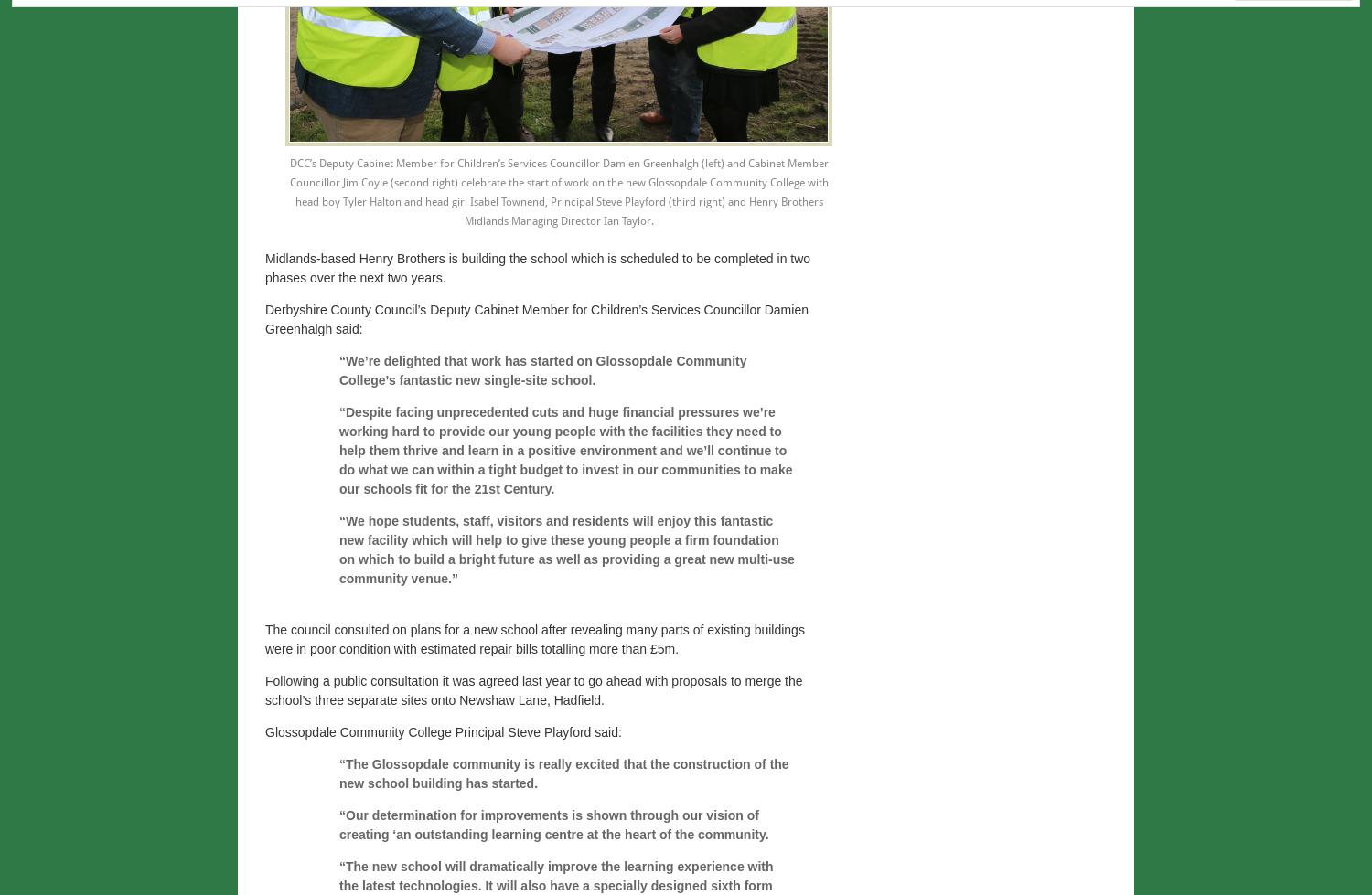 This screenshot has width=1372, height=895. Describe the element at coordinates (537, 268) in the screenshot. I see `'Midlands-based Henry Brothers is building the school which is scheduled to be completed in two phases over the next two years.'` at that location.